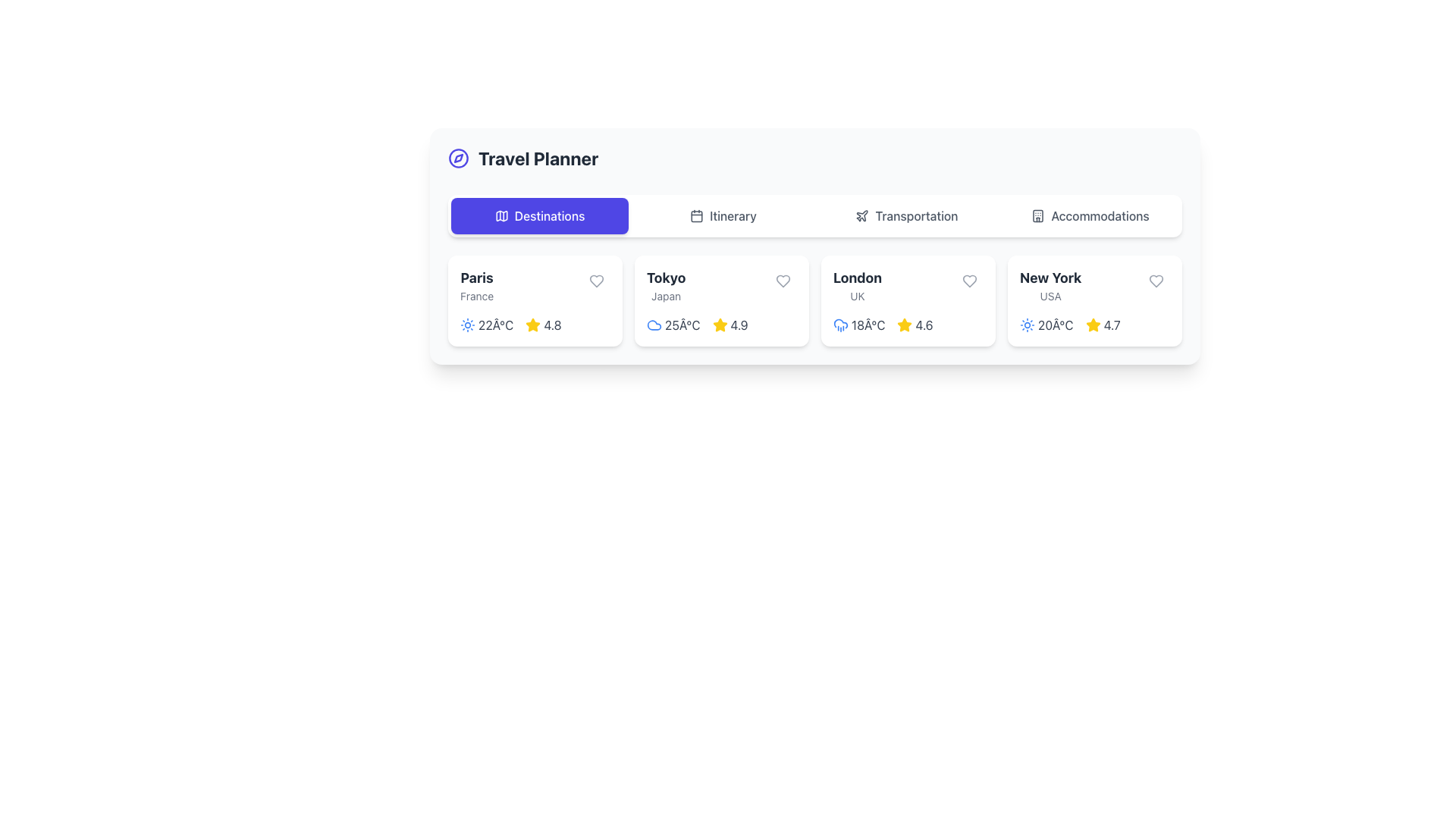 The image size is (1456, 819). I want to click on the plane-shaped icon with gray strokes located to the left of the 'Transportation' label in the horizontally-arranged menu bar, so click(862, 216).